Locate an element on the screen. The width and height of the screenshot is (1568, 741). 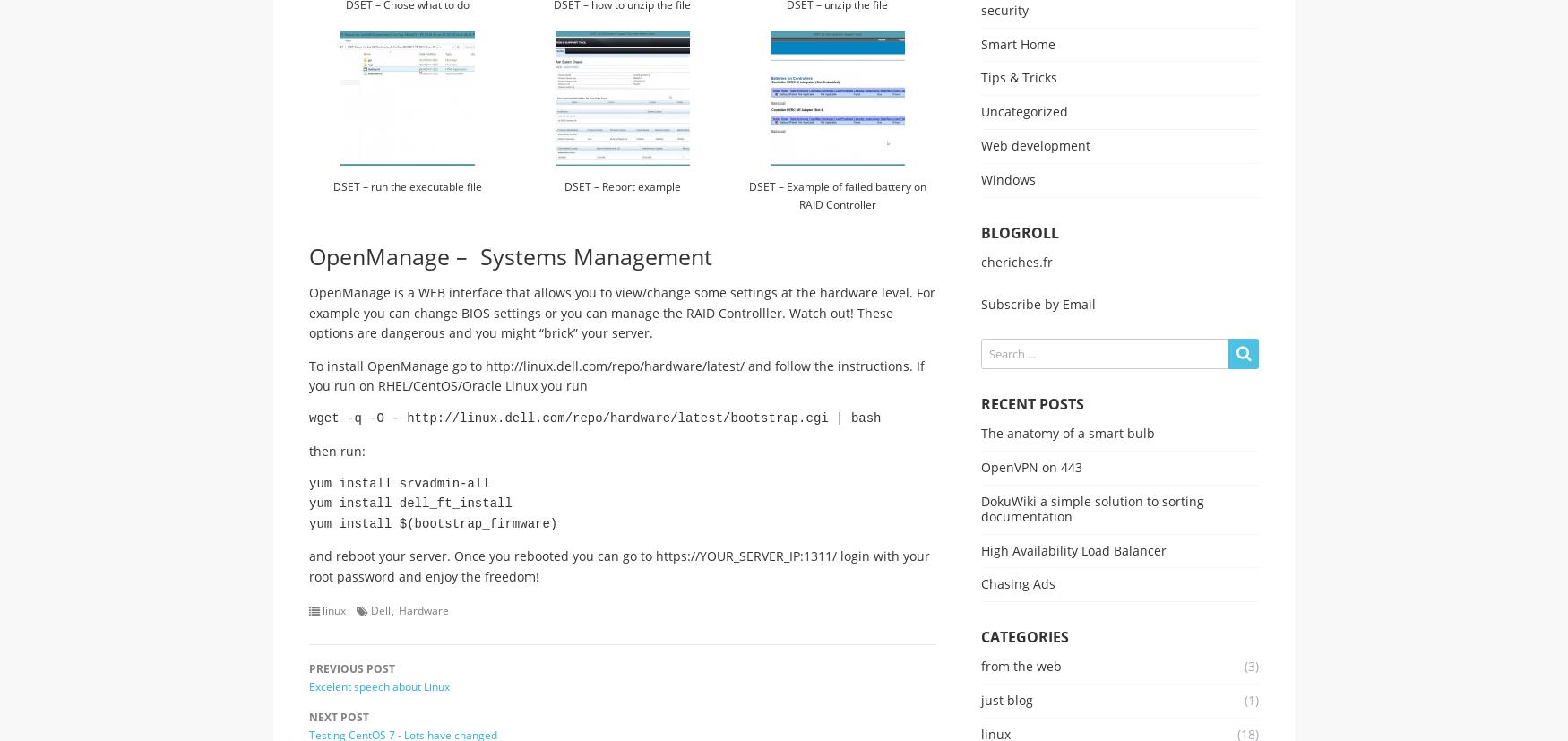
'OpenManage is a WEB interface that allows you to view/change some settings at the hardware level. For example you can change BIOS settings or you can manage the RAID Controlller. Watch out! These options are dangerous and you might “brick” your server.' is located at coordinates (308, 312).